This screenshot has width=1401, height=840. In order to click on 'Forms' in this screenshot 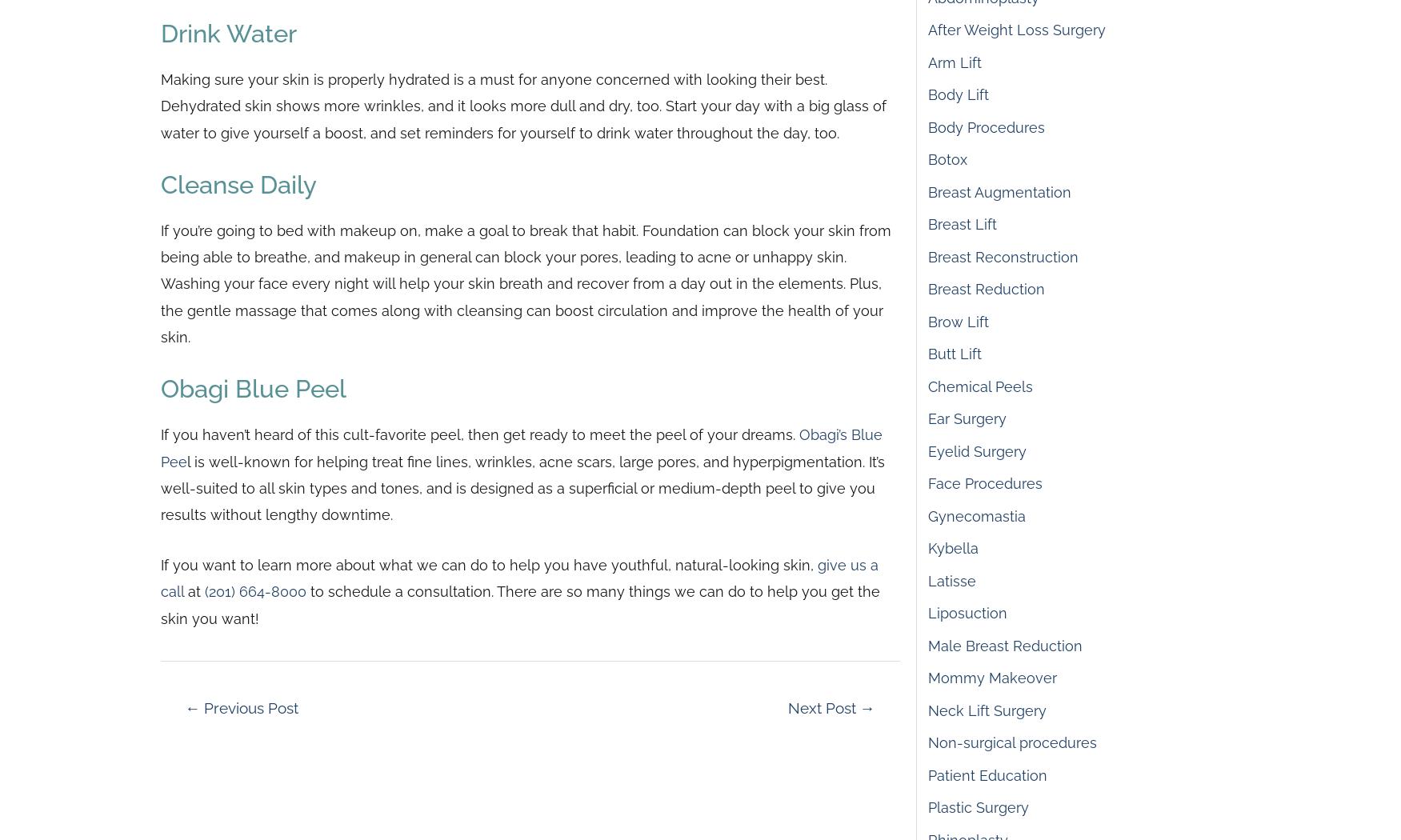, I will do `click(432, 567)`.